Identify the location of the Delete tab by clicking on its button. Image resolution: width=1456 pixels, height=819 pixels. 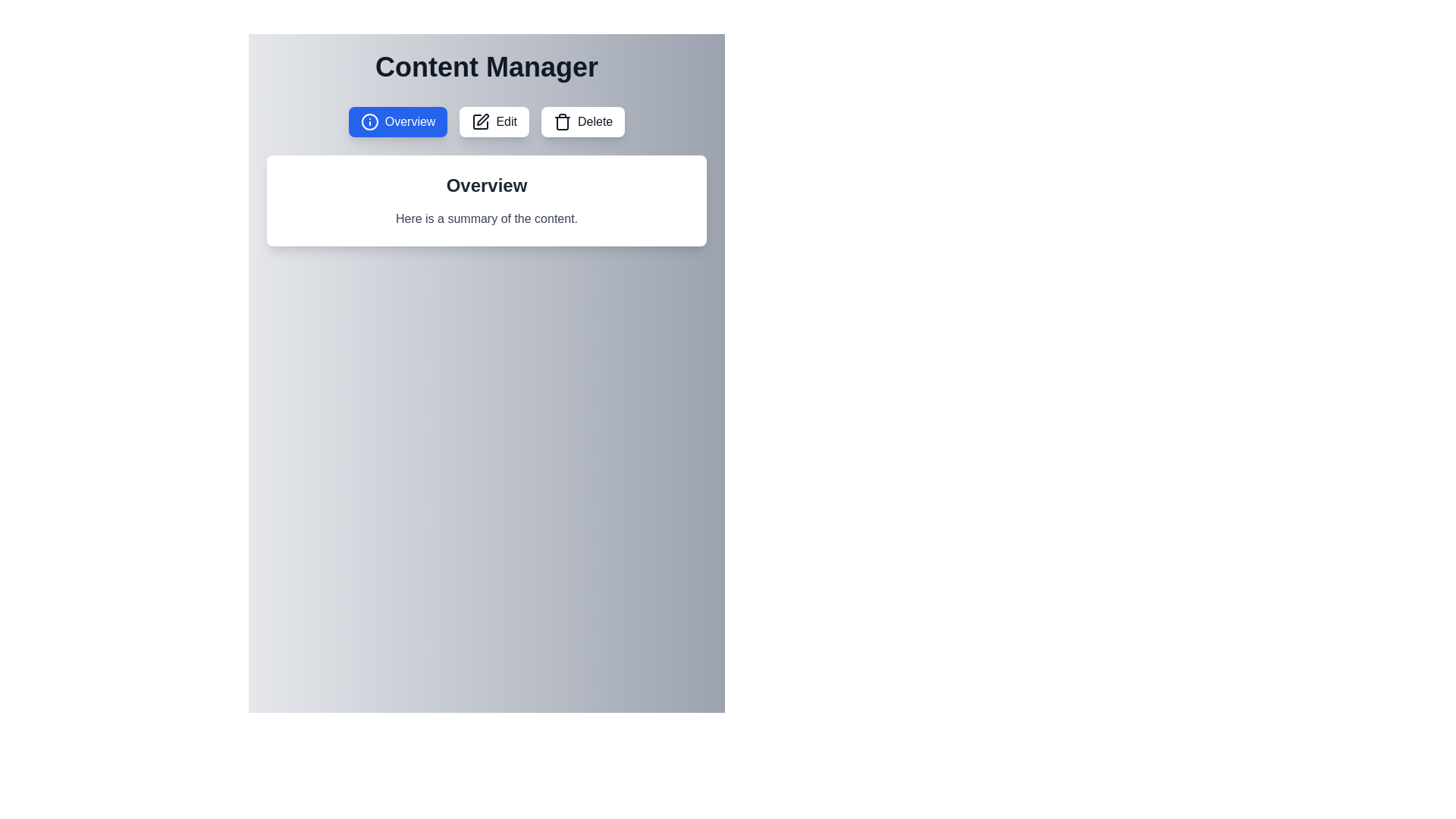
(582, 121).